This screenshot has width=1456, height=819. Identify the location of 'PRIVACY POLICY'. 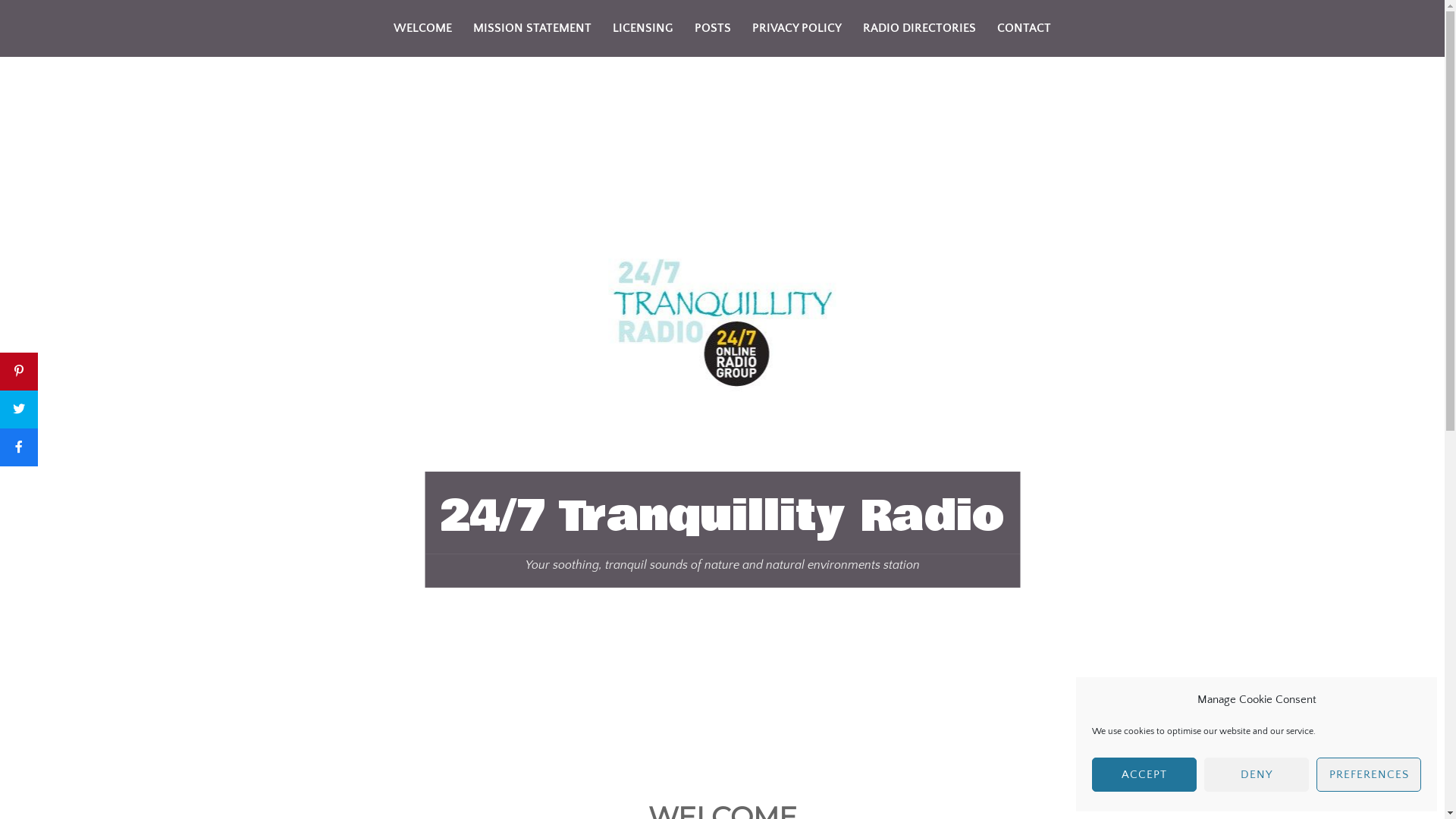
(796, 28).